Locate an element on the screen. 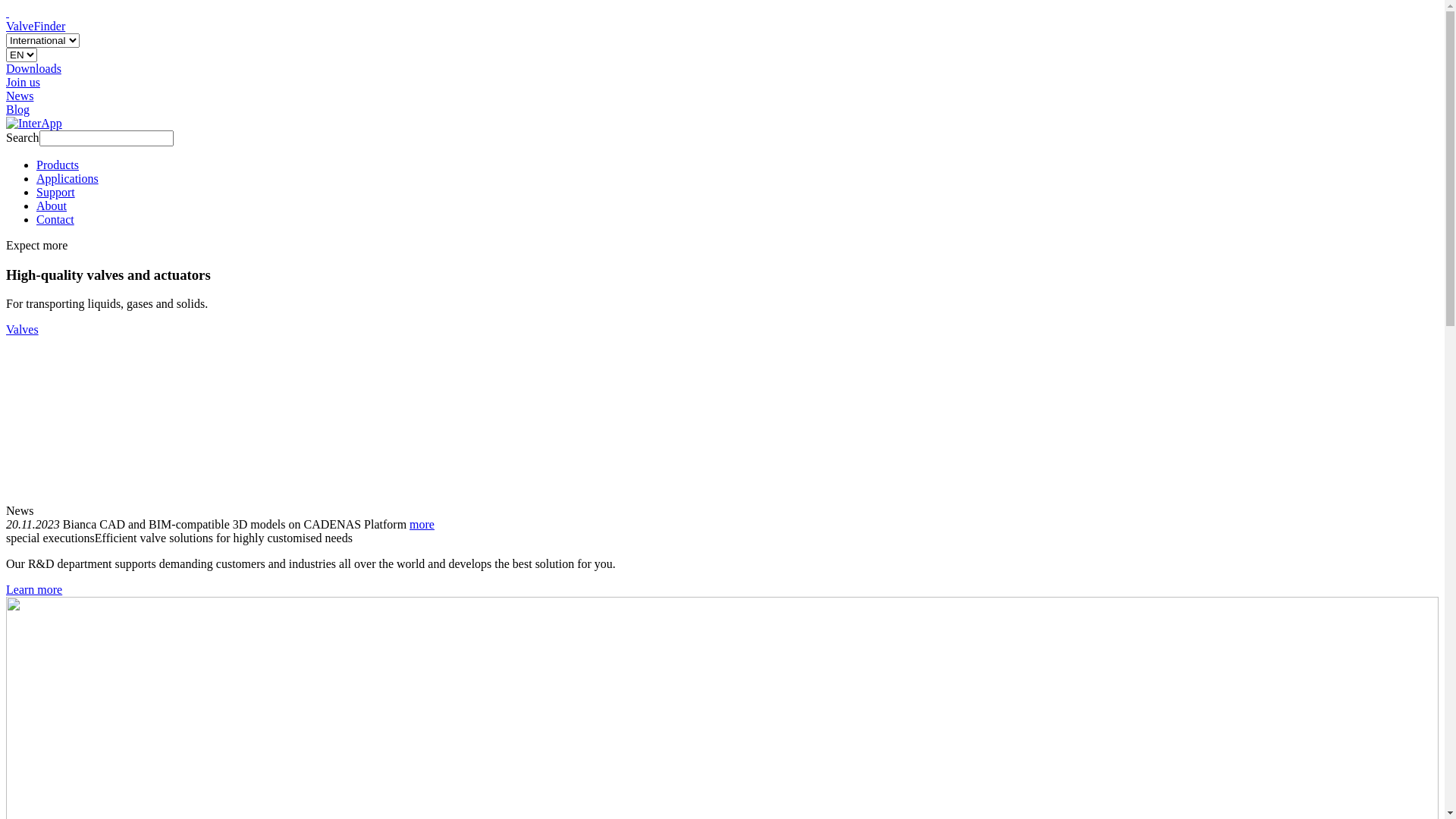 This screenshot has width=1456, height=819. 'Support' is located at coordinates (55, 191).